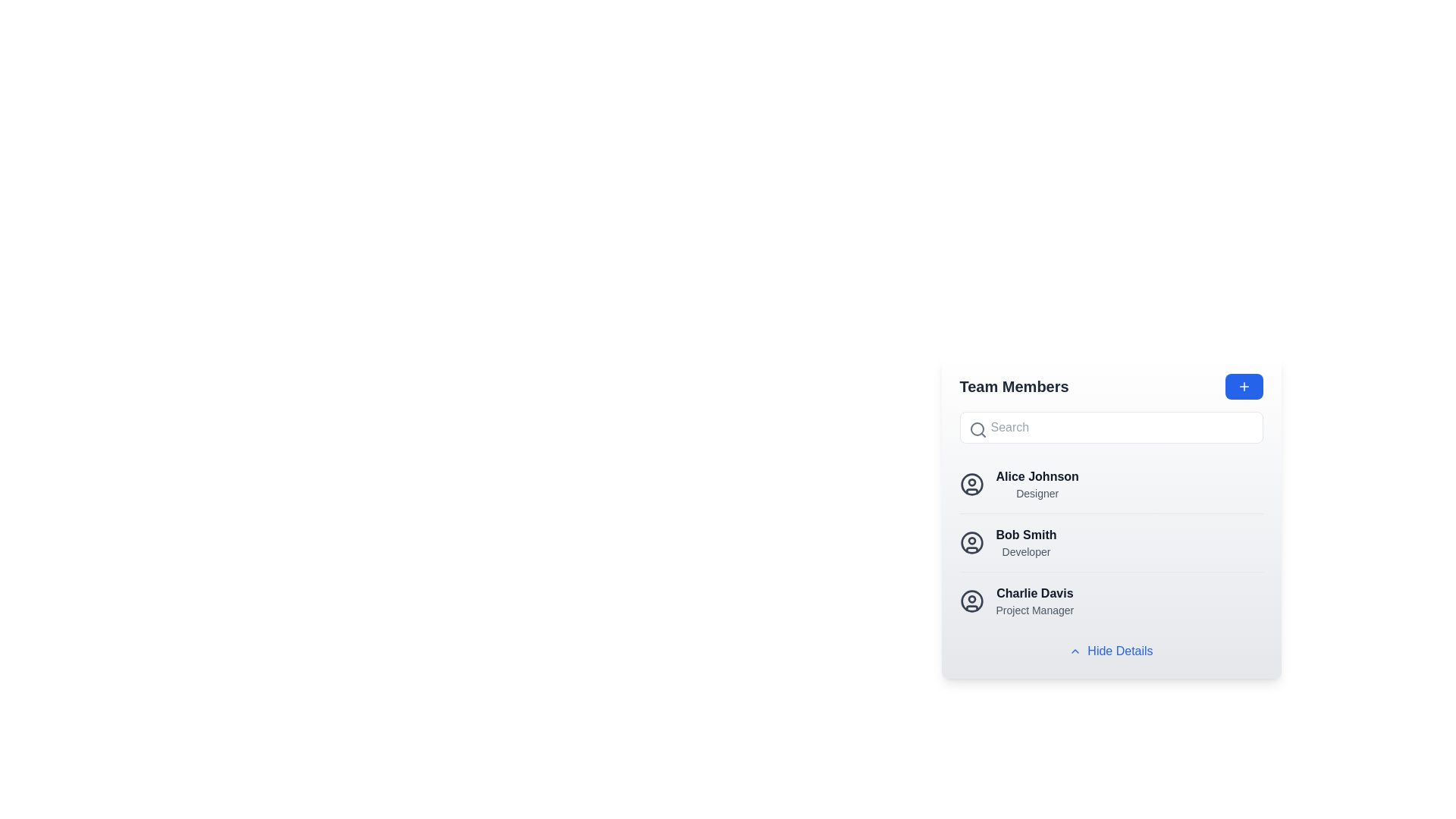 The height and width of the screenshot is (819, 1456). I want to click on the add icon button located at the top-right corner of the 'Team Members' panel to trigger a tooltip or visual effect, so click(1244, 385).